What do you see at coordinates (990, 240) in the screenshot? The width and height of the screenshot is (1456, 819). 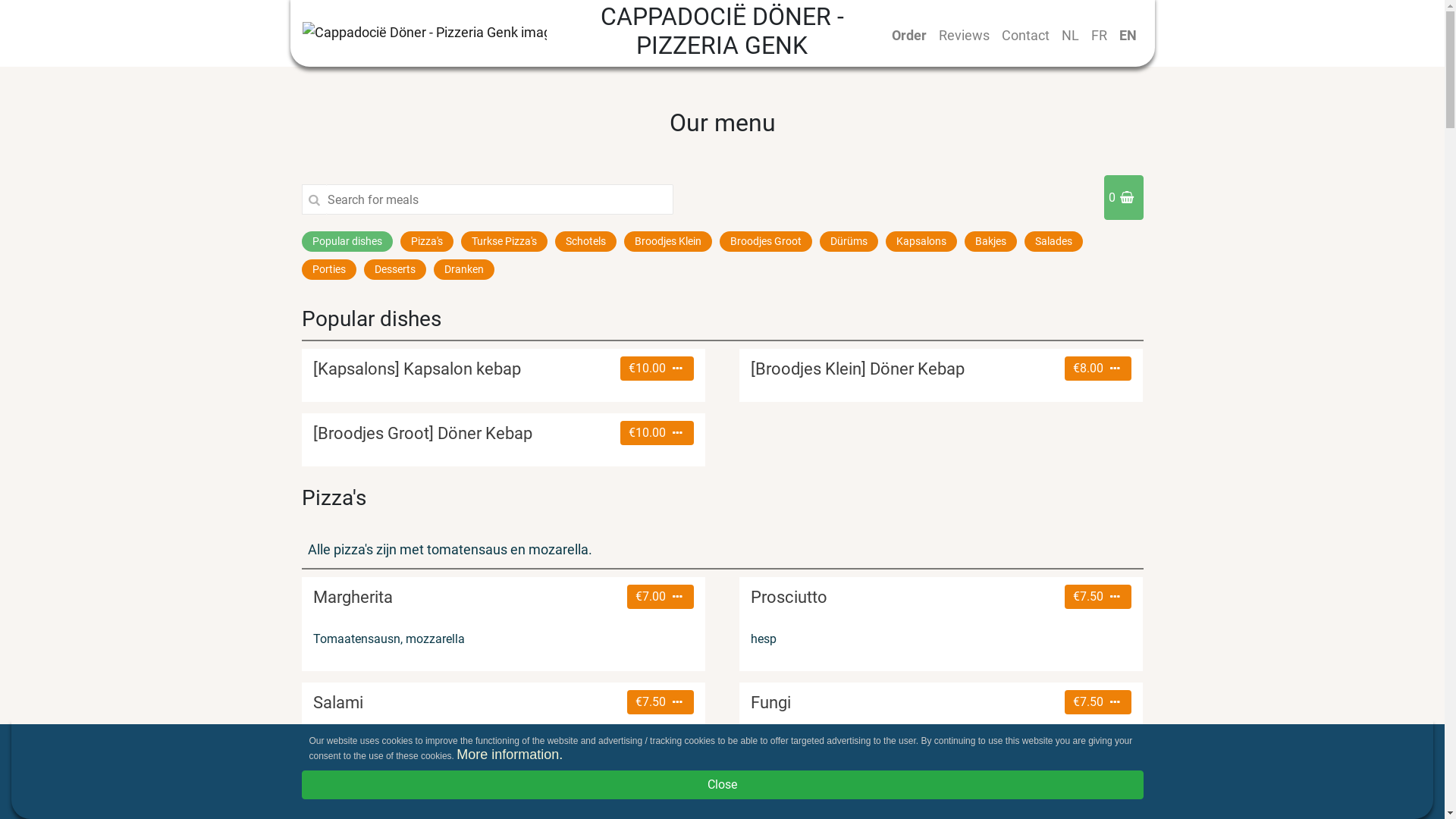 I see `'Bakjes'` at bounding box center [990, 240].